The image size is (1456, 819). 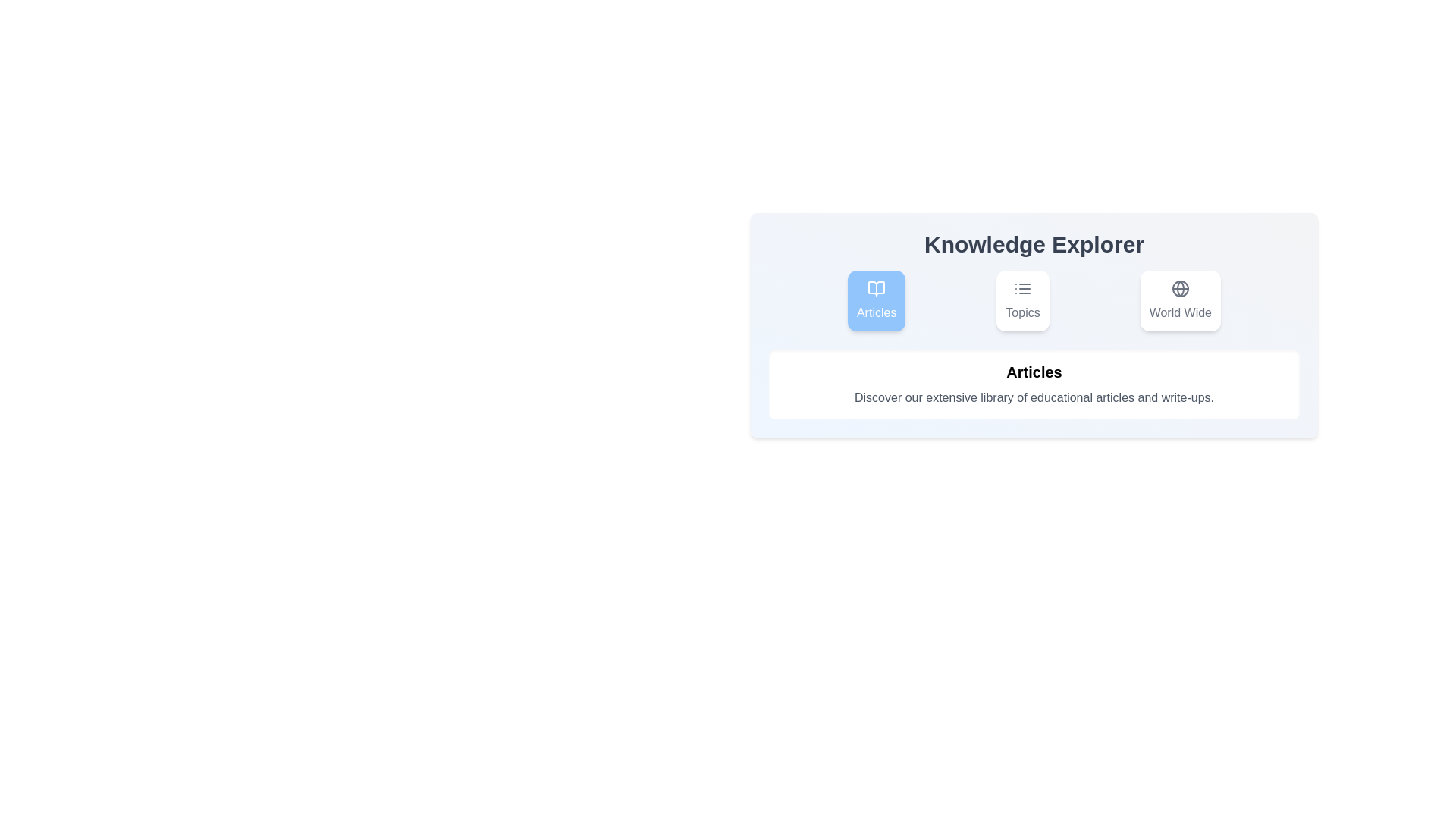 What do you see at coordinates (1022, 301) in the screenshot?
I see `the Topics tab to view its content` at bounding box center [1022, 301].